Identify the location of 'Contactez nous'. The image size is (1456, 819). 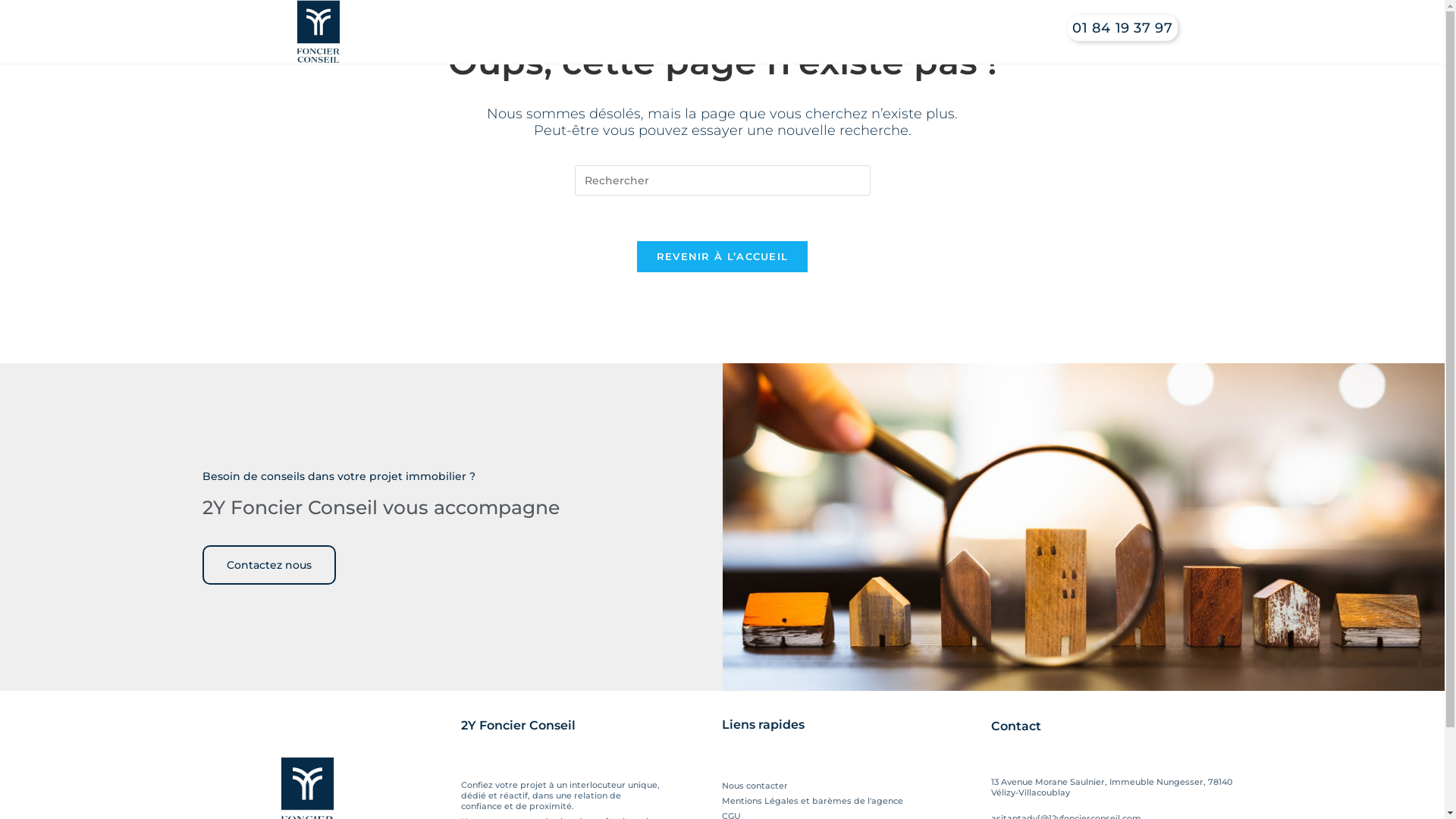
(269, 564).